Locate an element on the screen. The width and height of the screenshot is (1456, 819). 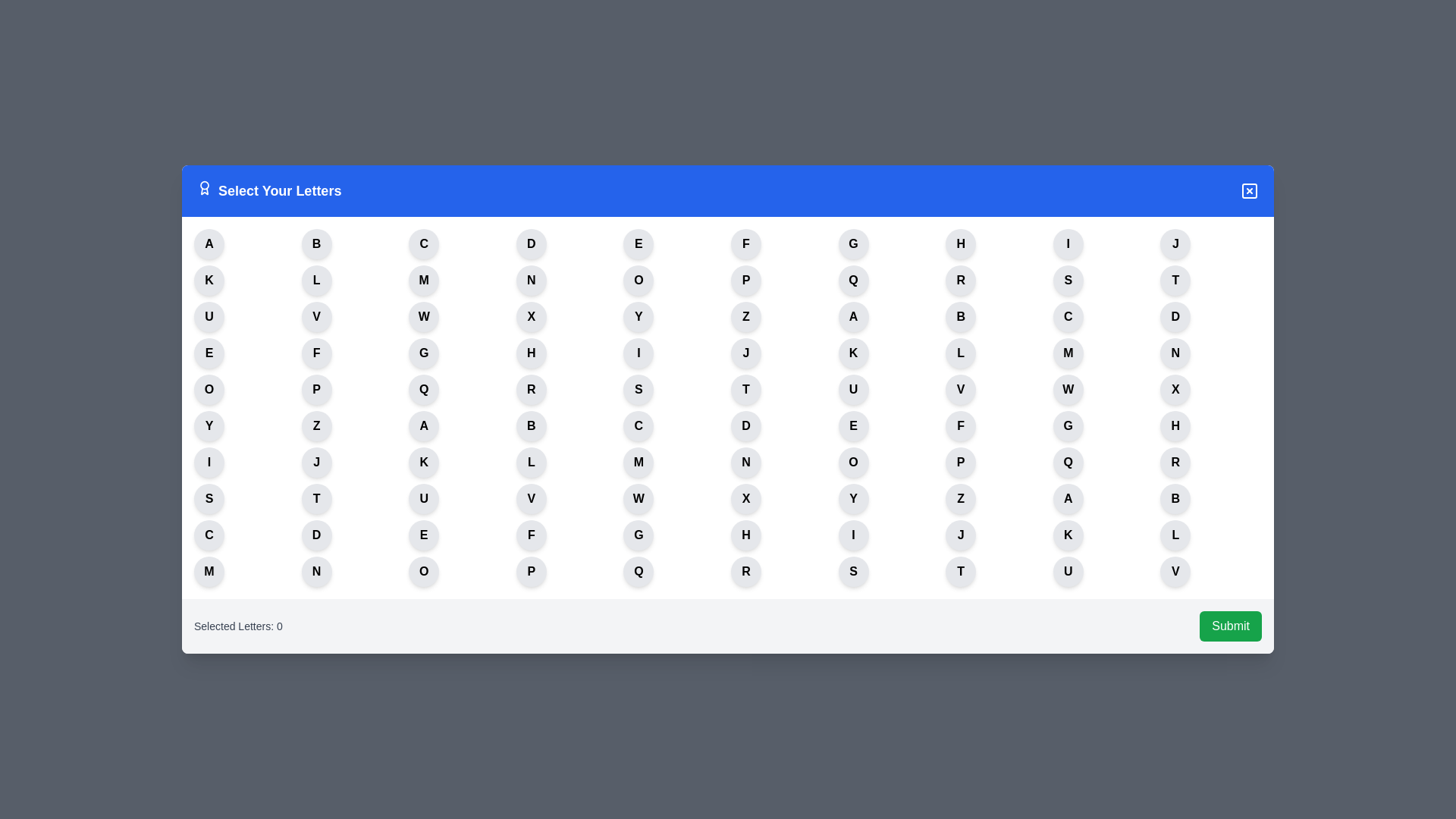
the submit button to finalize the selection is located at coordinates (1230, 626).